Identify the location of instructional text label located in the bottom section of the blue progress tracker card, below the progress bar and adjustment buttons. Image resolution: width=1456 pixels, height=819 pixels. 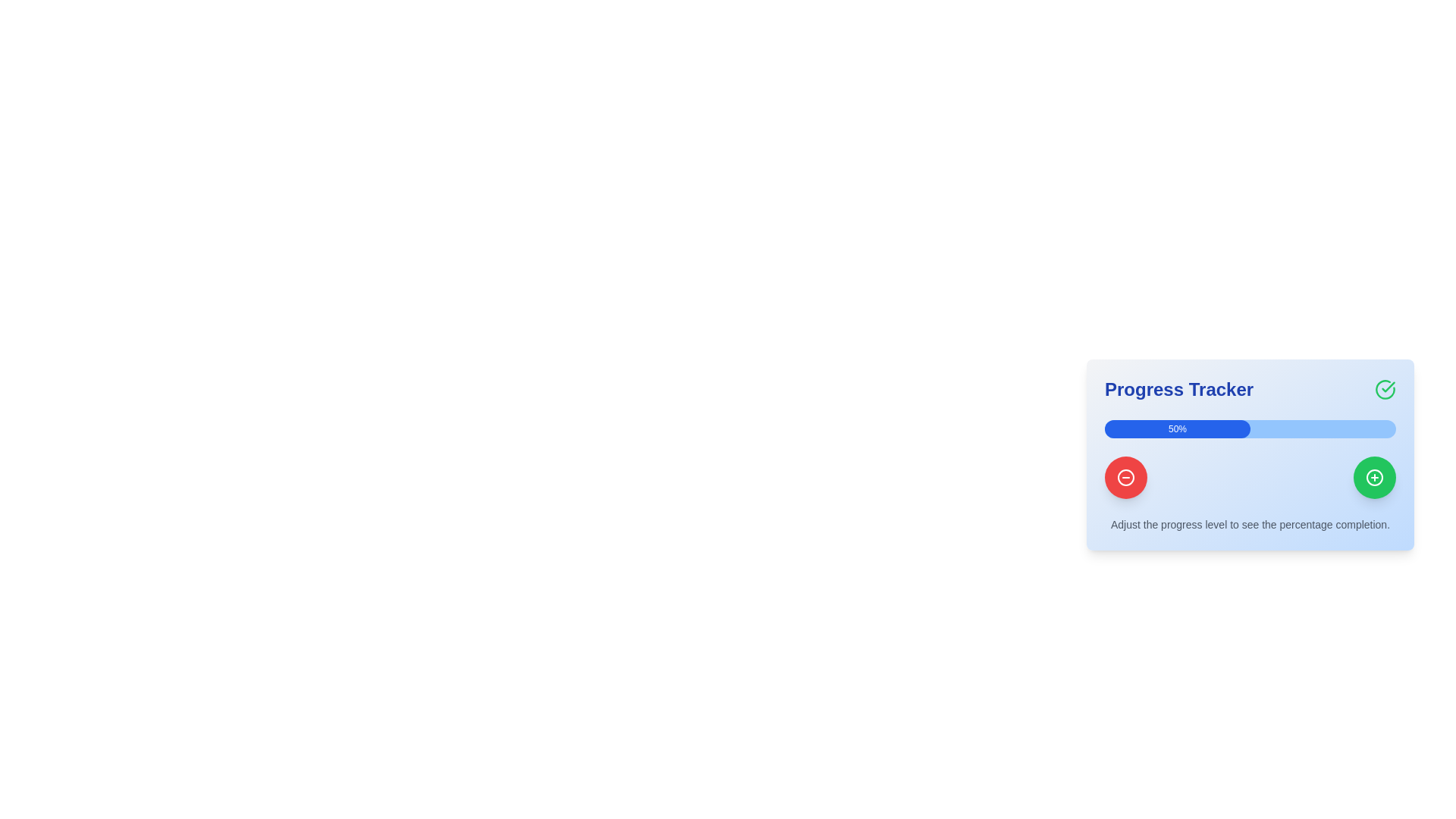
(1250, 523).